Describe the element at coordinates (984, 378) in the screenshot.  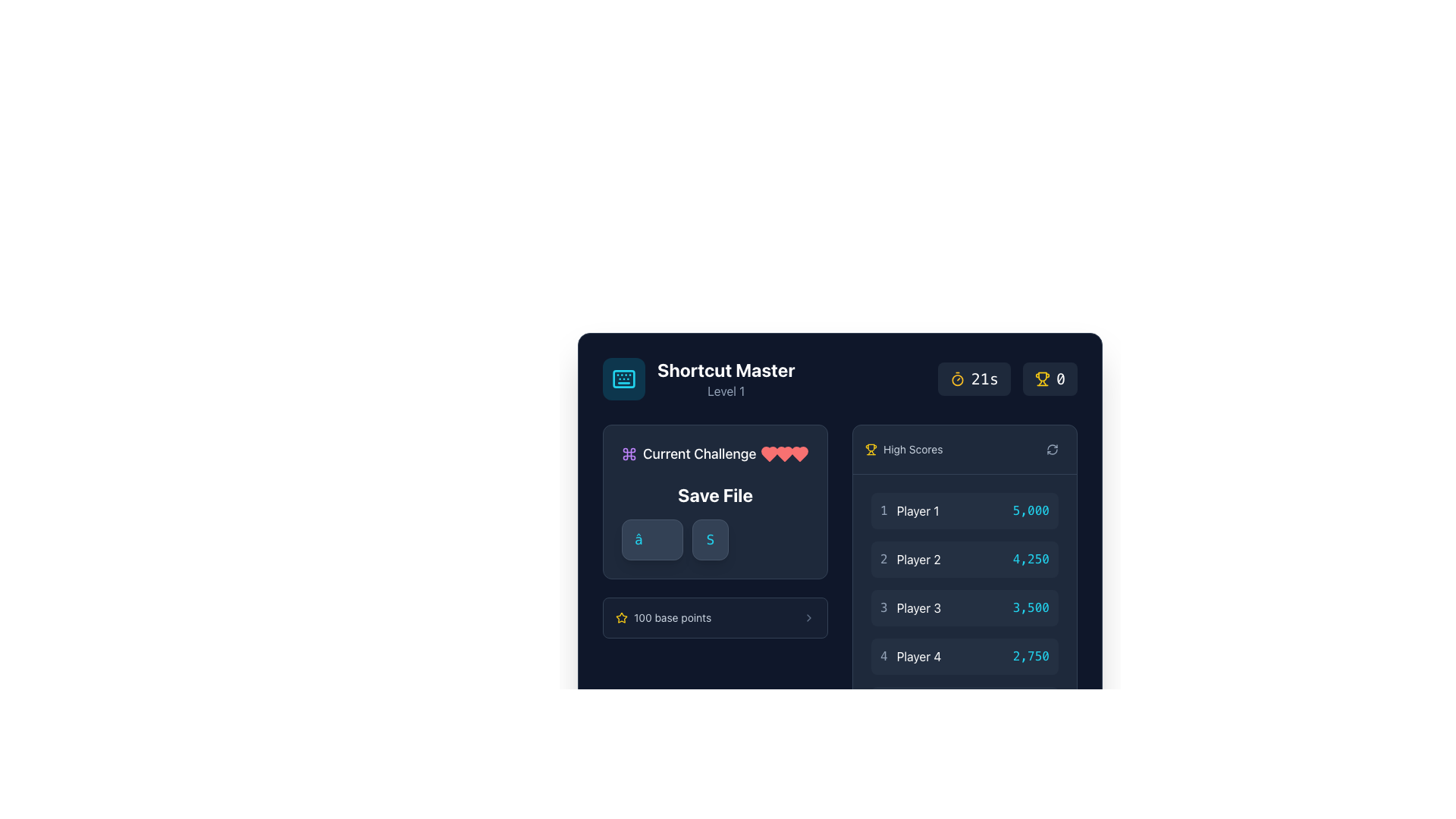
I see `displayed time from the text element located at the top-right corner of the user interface, which shows a time value likely indicating a countdown or elapsed time in seconds` at that location.